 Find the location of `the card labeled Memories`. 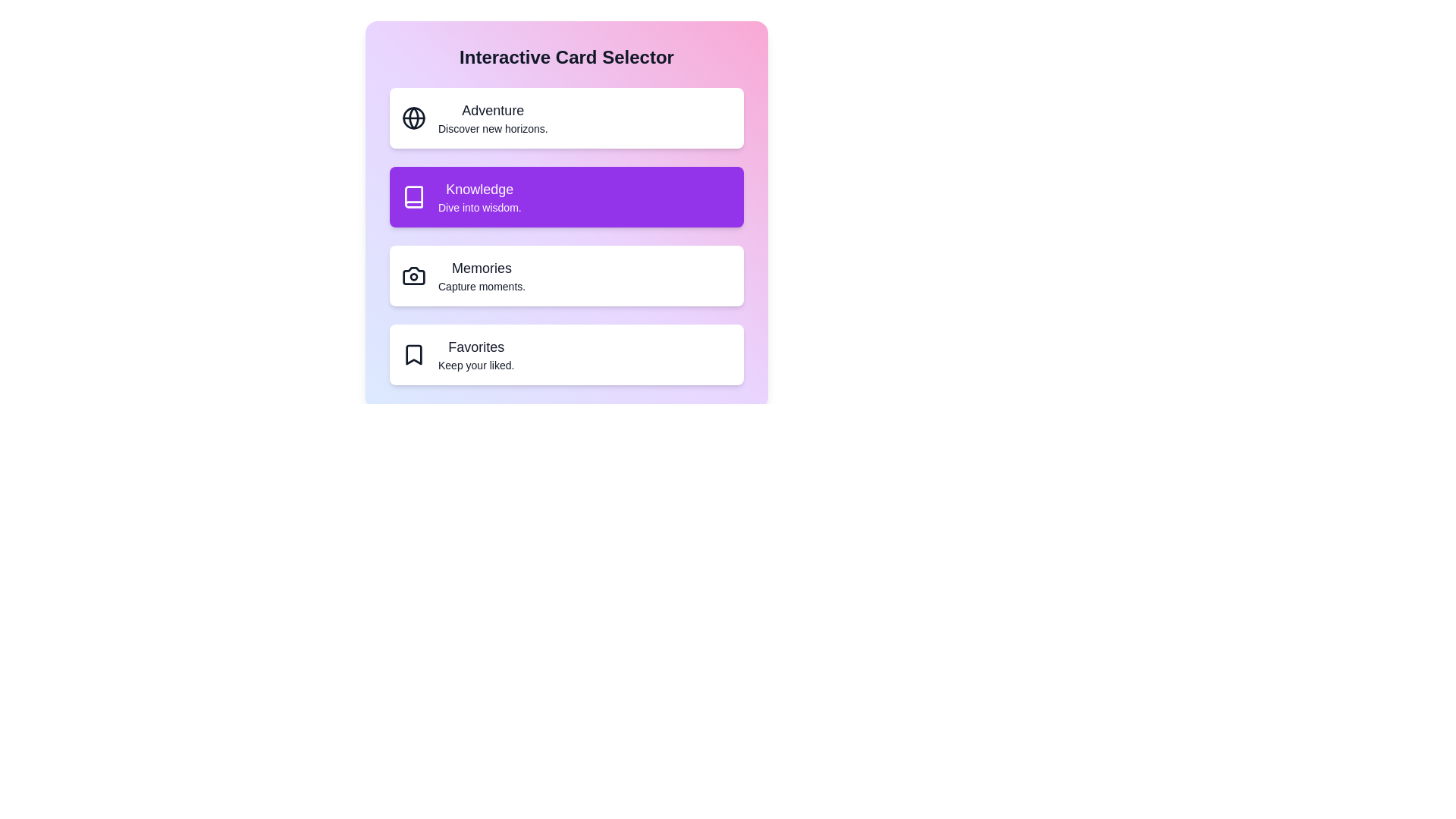

the card labeled Memories is located at coordinates (566, 275).